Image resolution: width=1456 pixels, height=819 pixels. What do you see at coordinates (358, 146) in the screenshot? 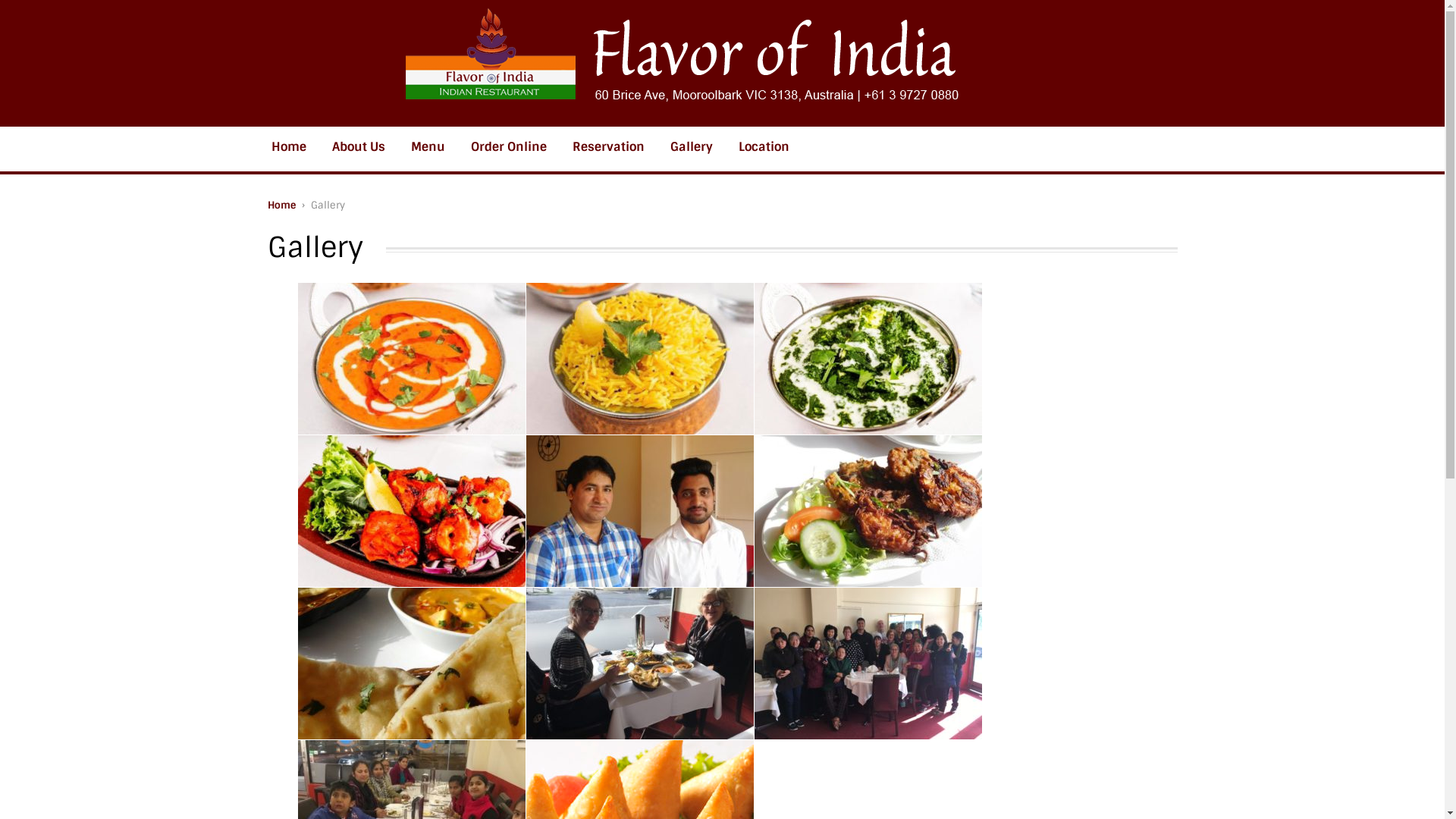
I see `'About Us'` at bounding box center [358, 146].